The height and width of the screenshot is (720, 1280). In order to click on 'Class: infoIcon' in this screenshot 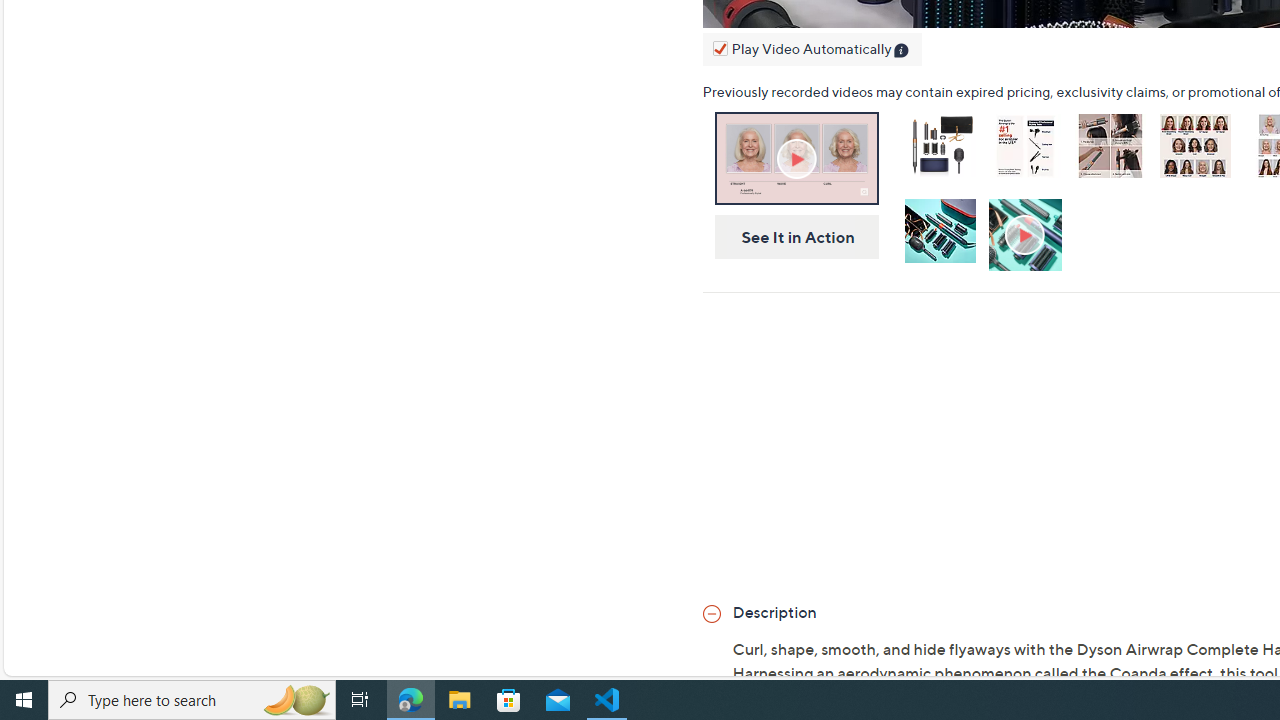, I will do `click(902, 51)`.